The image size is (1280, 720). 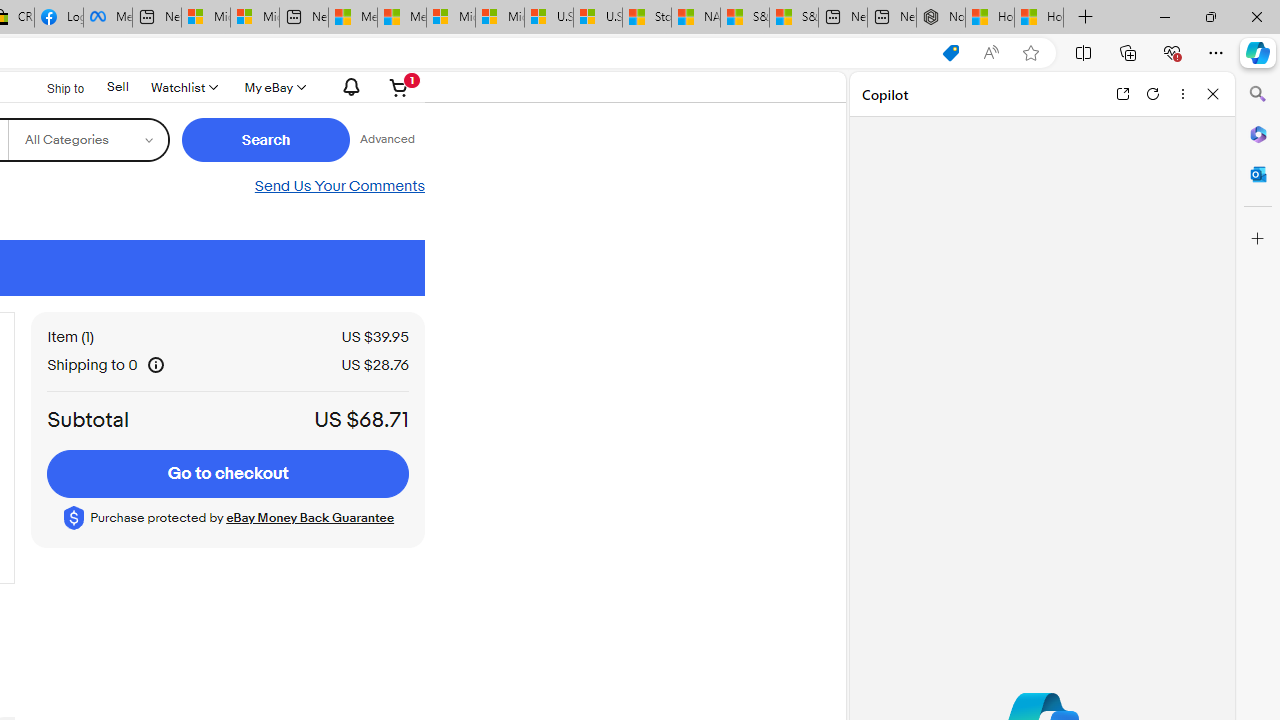 I want to click on 'Sell', so click(x=116, y=85).